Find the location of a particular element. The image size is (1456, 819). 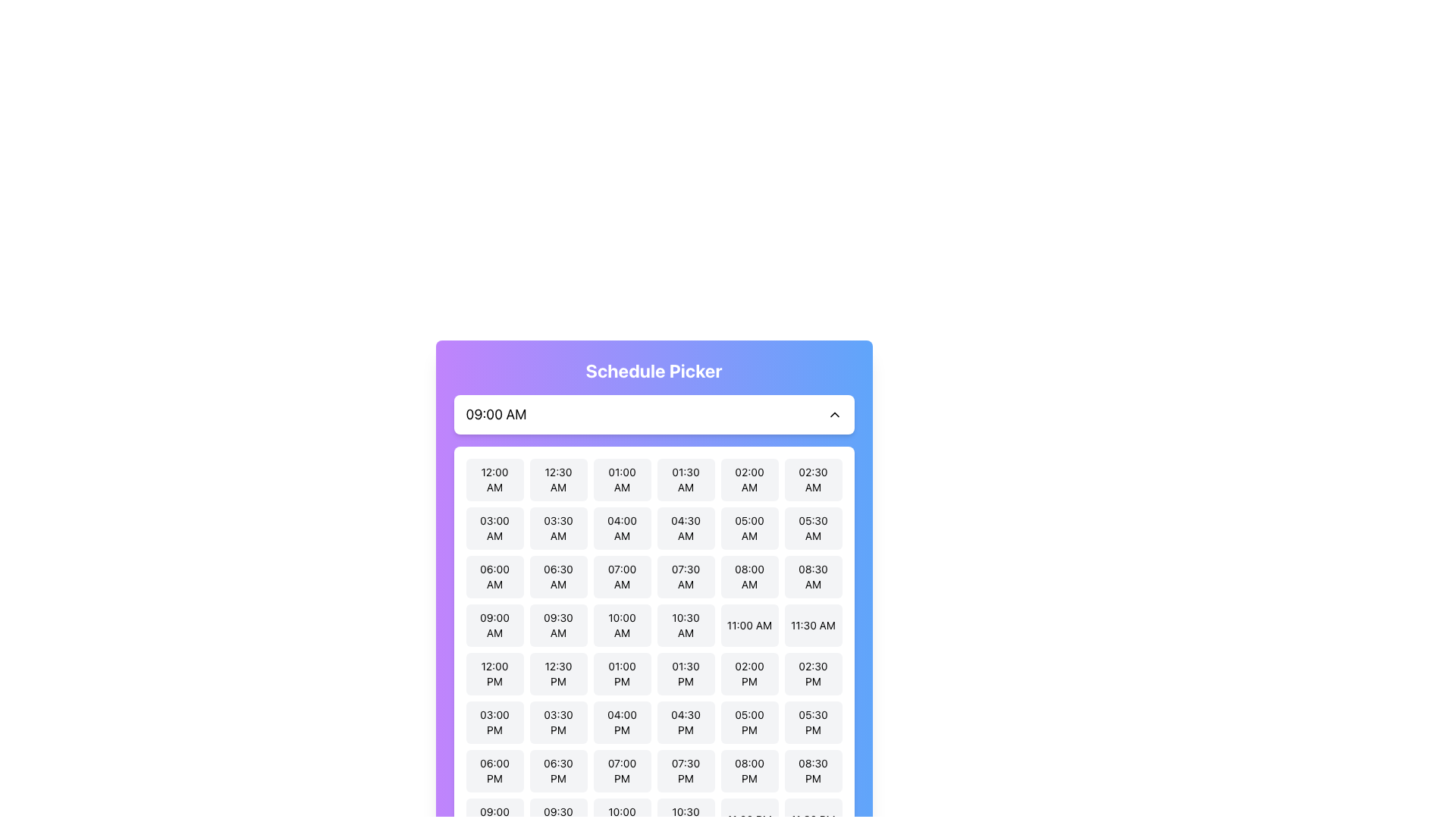

the button that allows the user to select the time '03:00 AM' in the schedule picker, positioned in the second row, first column of the grid layout is located at coordinates (494, 528).